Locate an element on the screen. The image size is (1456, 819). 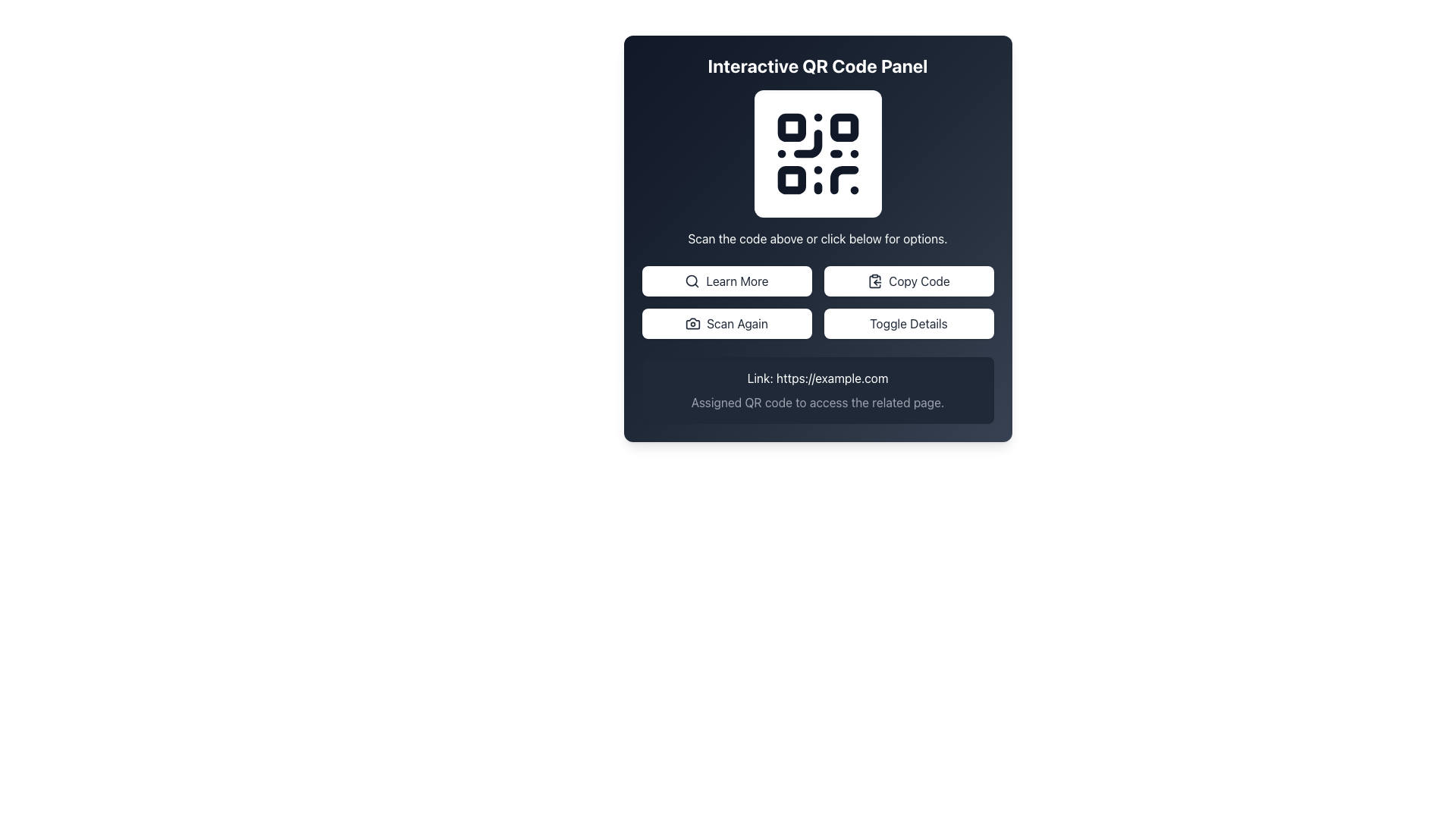
the 'Scan Again' button with keyboard navigation is located at coordinates (726, 323).